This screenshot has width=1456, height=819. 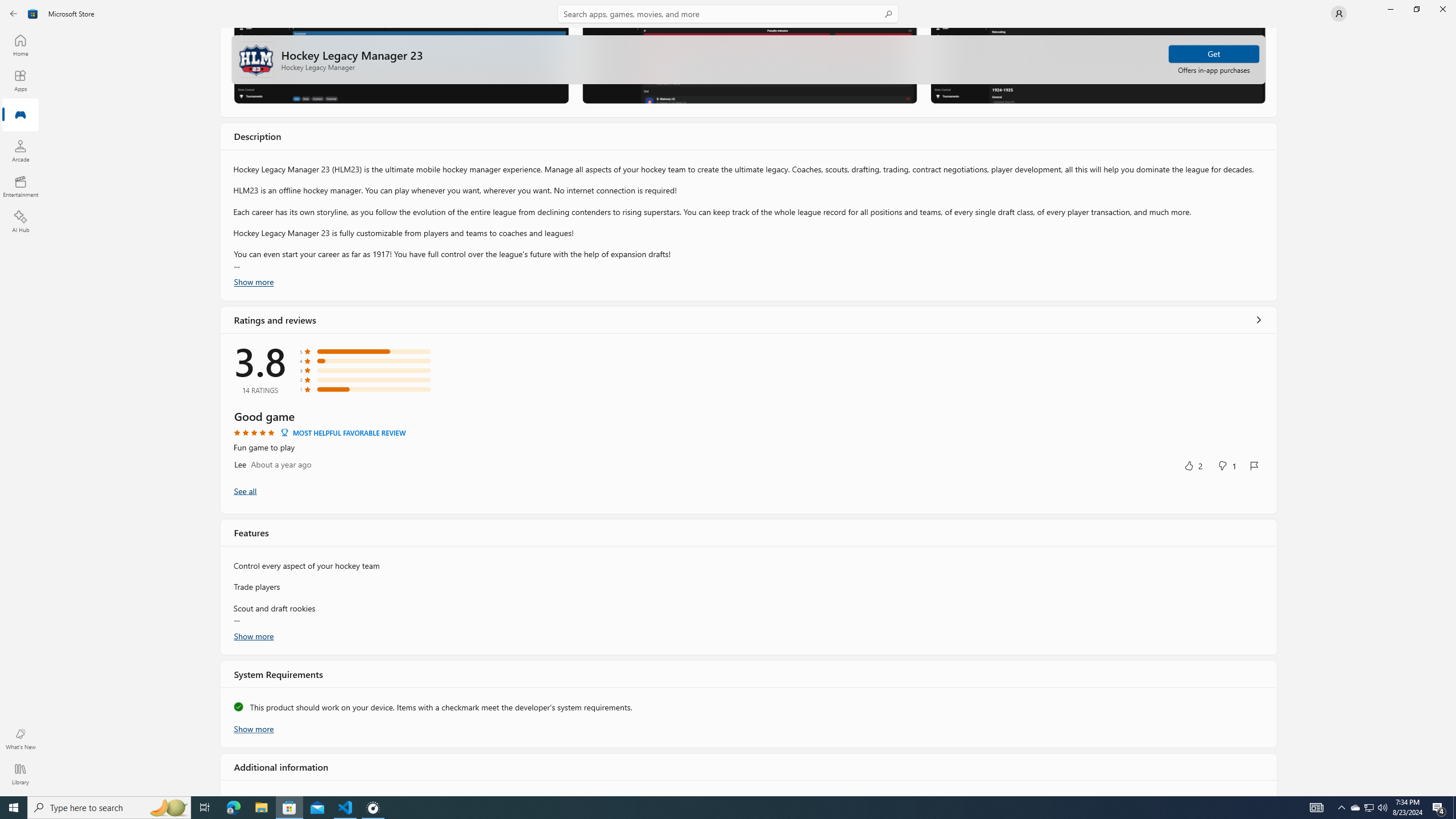 I want to click on 'Report review', so click(x=1254, y=466).